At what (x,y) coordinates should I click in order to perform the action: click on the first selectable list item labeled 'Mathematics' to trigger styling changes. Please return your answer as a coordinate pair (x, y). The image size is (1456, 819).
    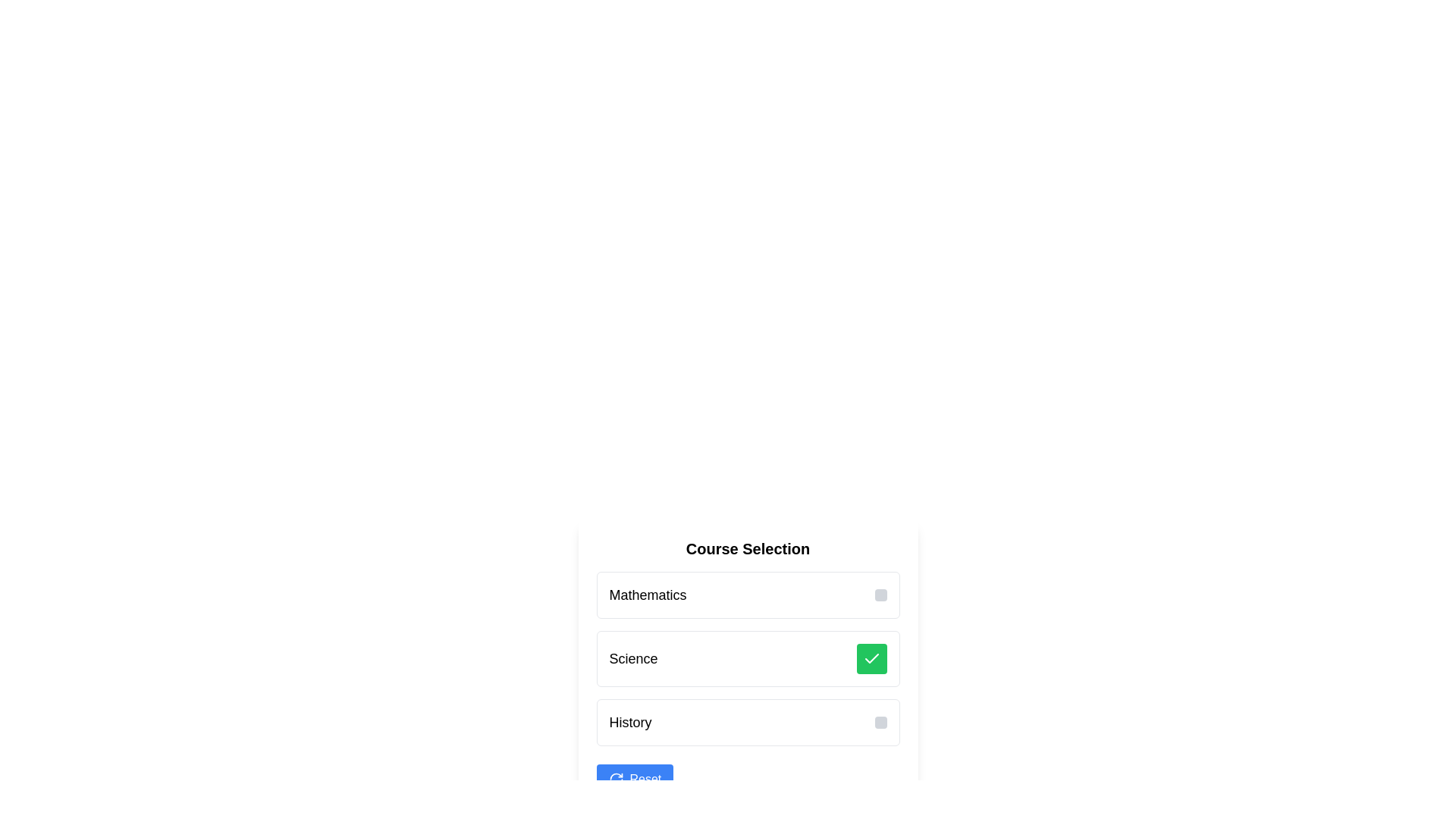
    Looking at the image, I should click on (748, 595).